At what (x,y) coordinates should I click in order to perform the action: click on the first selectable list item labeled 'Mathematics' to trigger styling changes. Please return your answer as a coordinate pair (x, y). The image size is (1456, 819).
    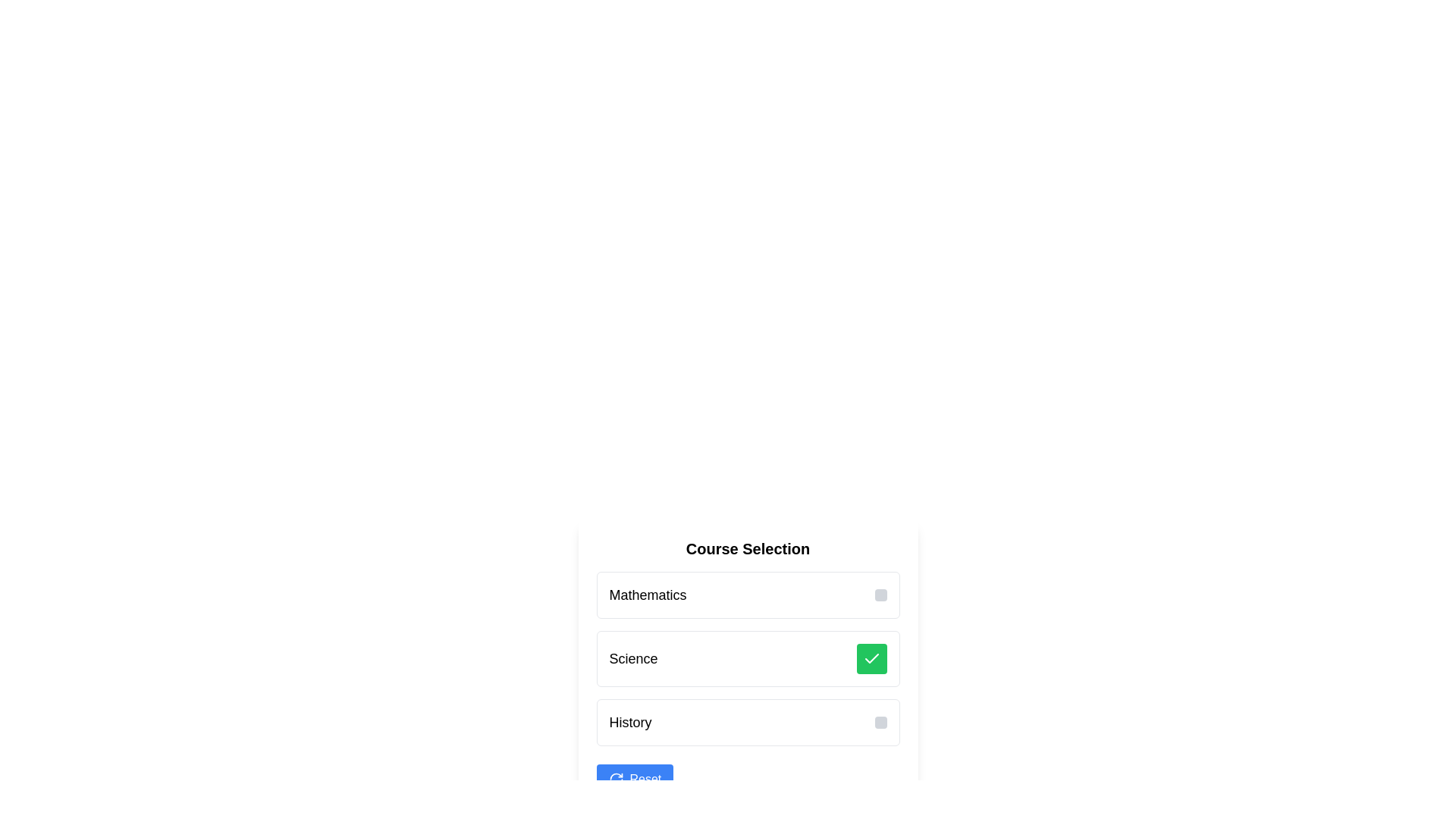
    Looking at the image, I should click on (748, 595).